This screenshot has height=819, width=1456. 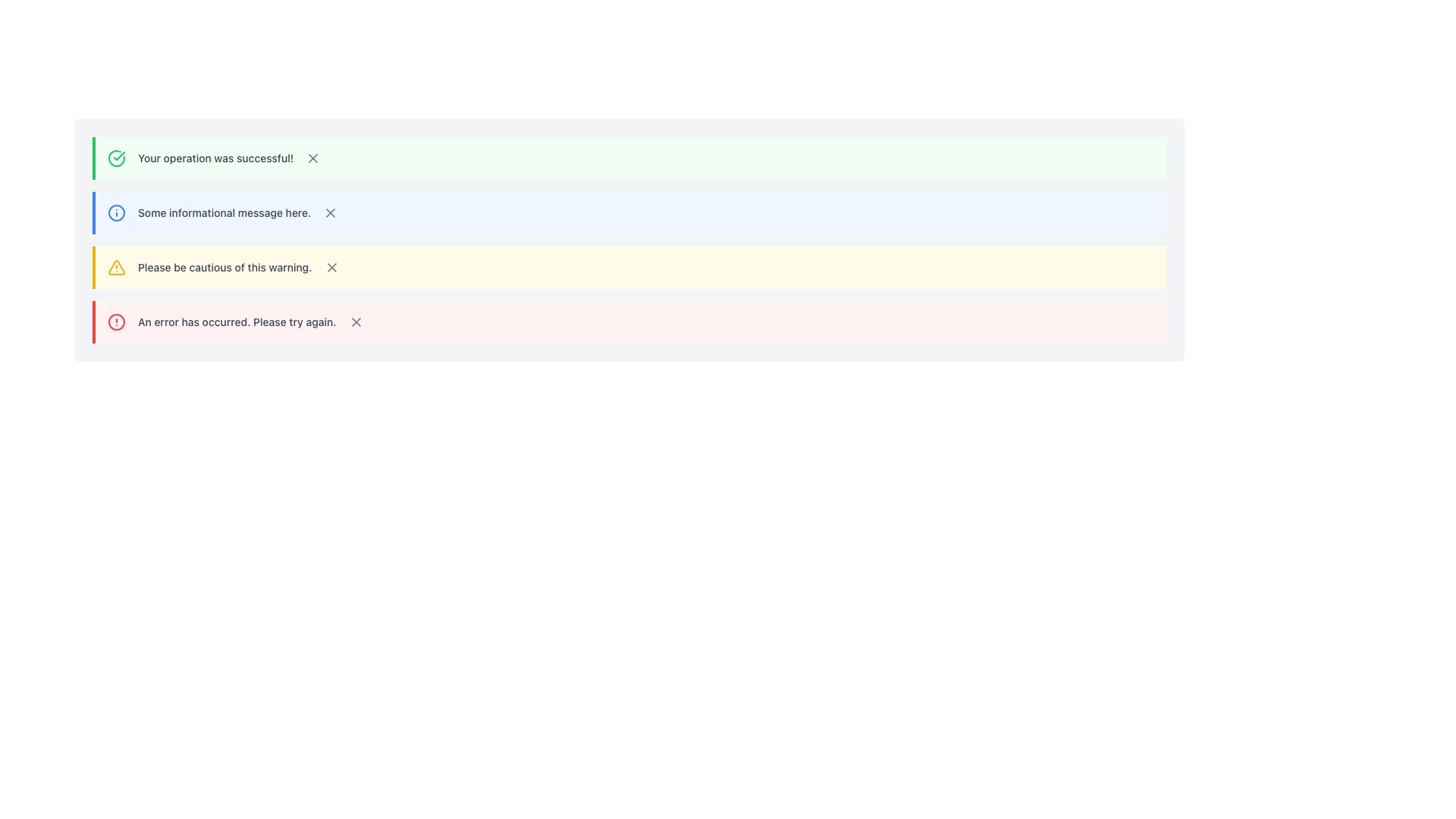 What do you see at coordinates (331, 267) in the screenshot?
I see `the close button, which is a small square icon with a cross` at bounding box center [331, 267].